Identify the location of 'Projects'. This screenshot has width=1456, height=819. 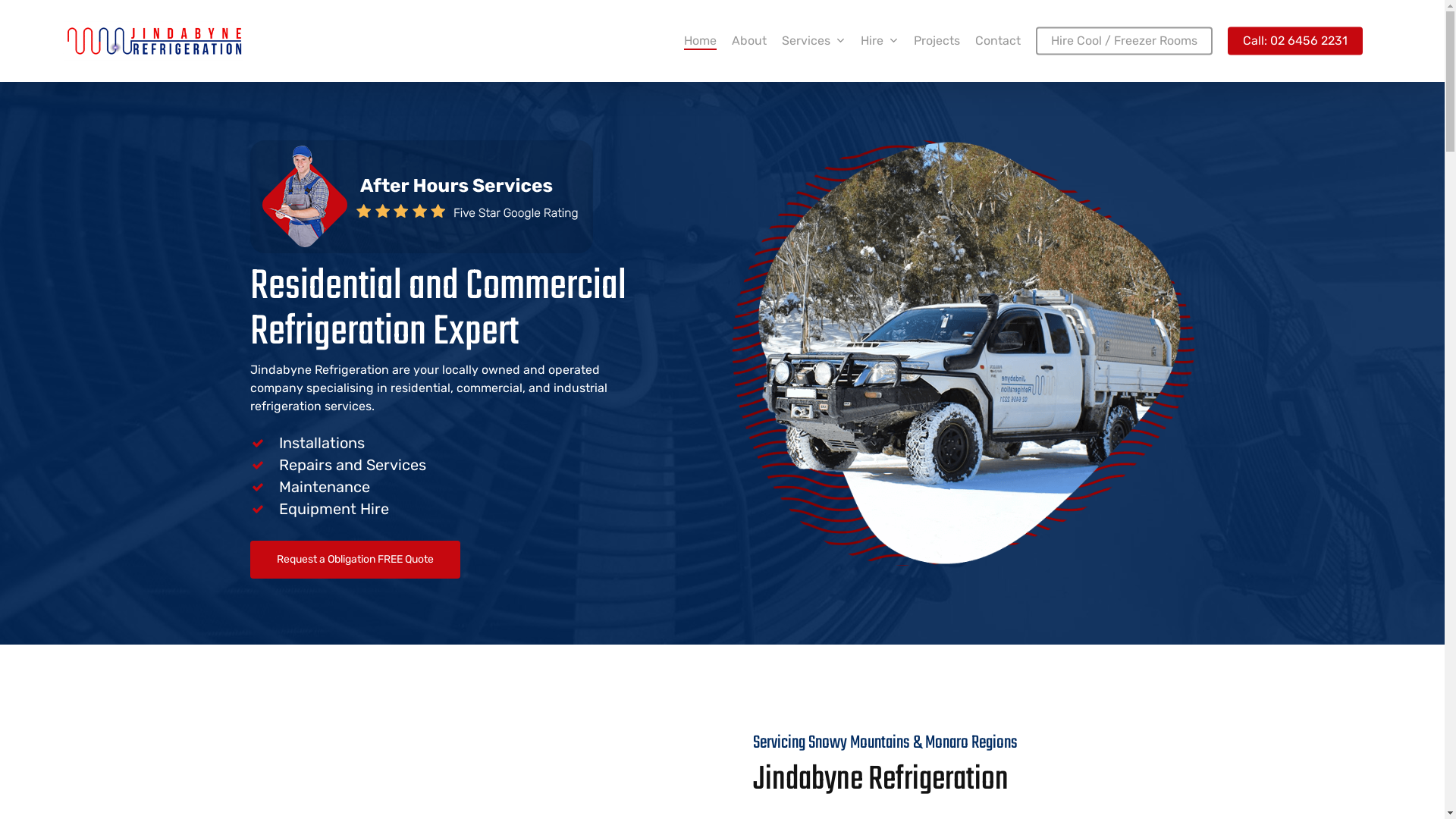
(912, 40).